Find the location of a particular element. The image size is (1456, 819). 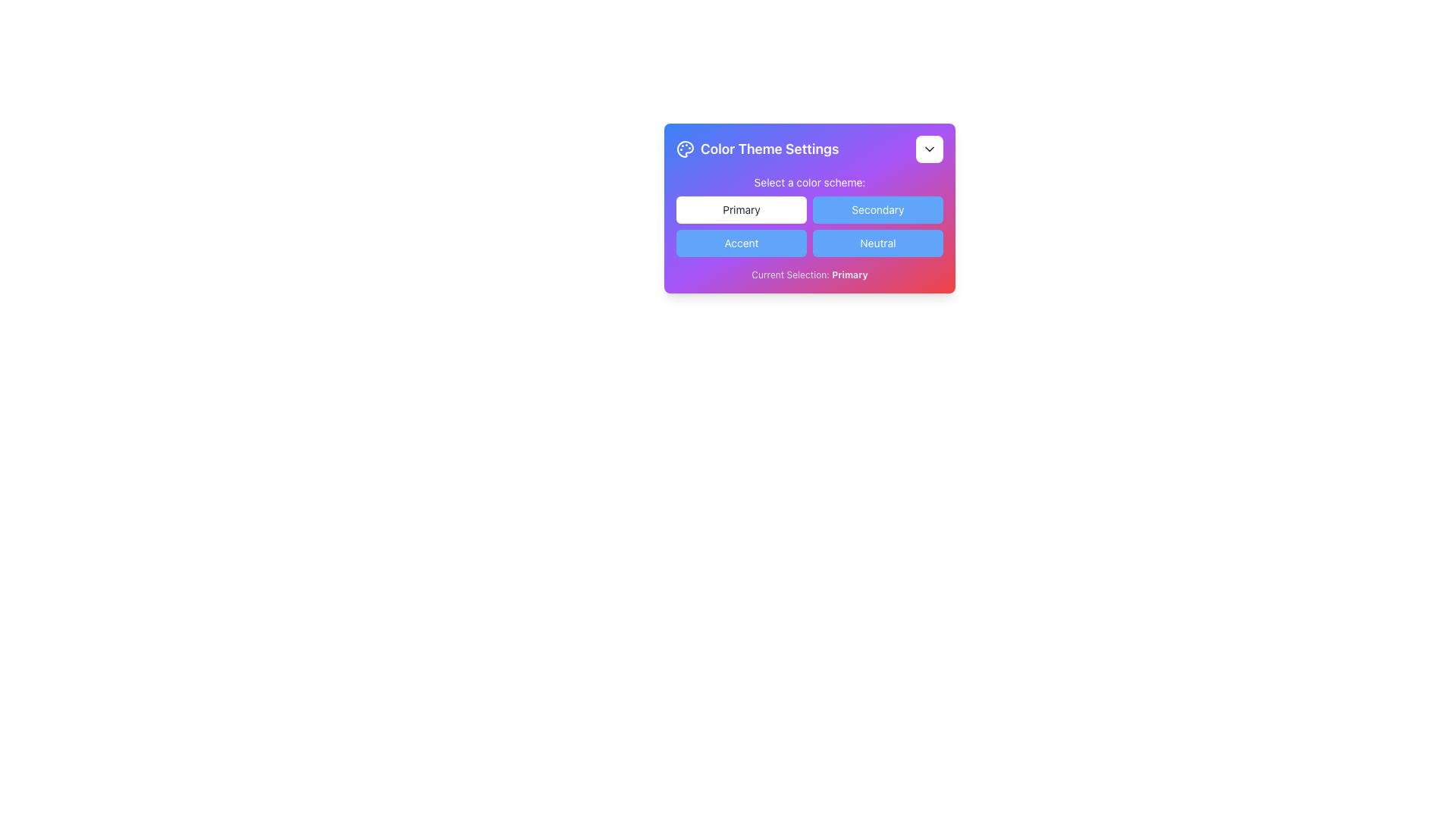

the button for selecting the 'Secondary' color scheme located in the 'Color Theme Settings' section, which is the second item in the top row under 'Select a color scheme' is located at coordinates (877, 210).